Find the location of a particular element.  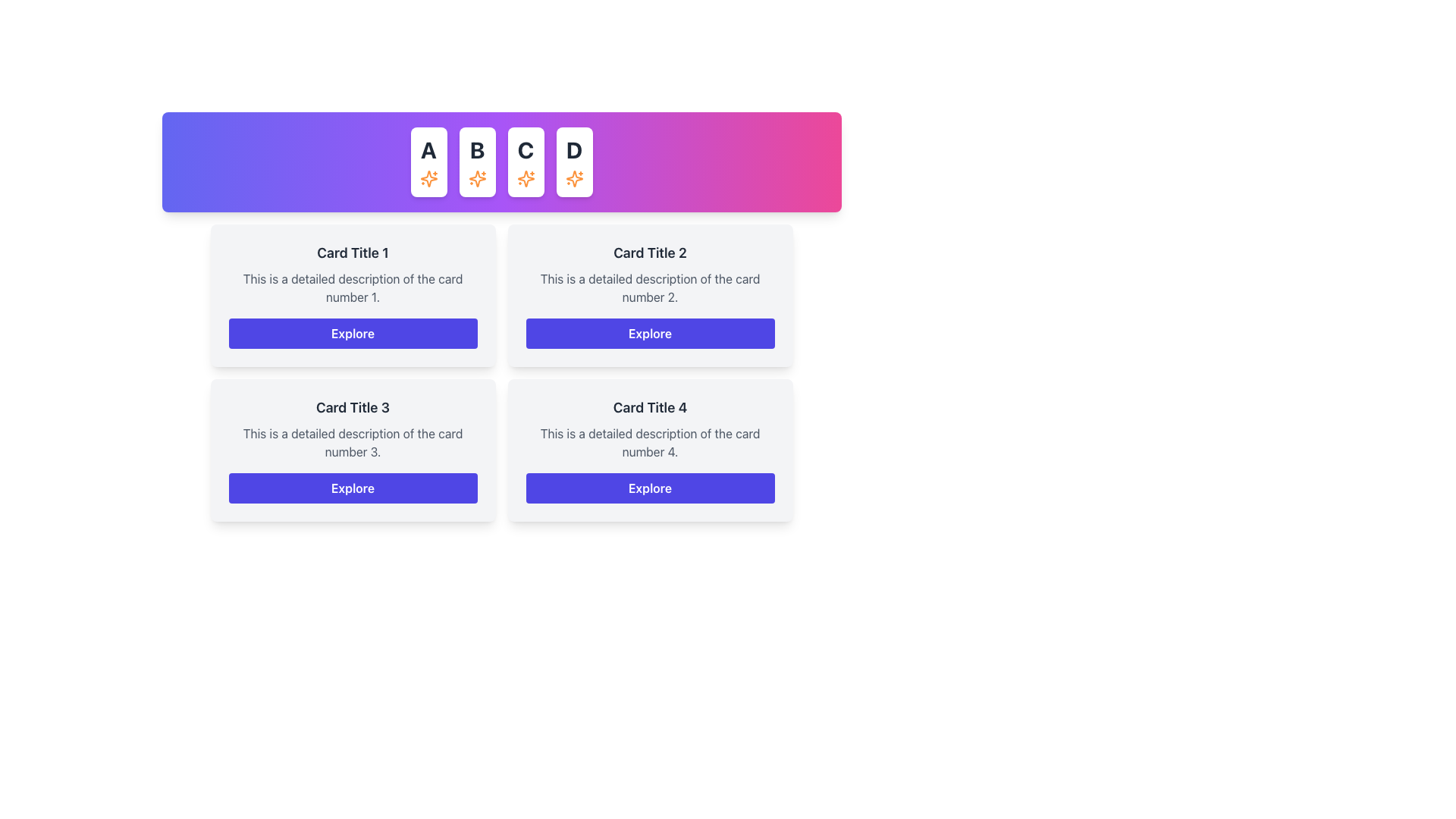

the first card-like component displaying the large, bold letter 'A' in gray with an orange sparkline icon below it is located at coordinates (428, 162).